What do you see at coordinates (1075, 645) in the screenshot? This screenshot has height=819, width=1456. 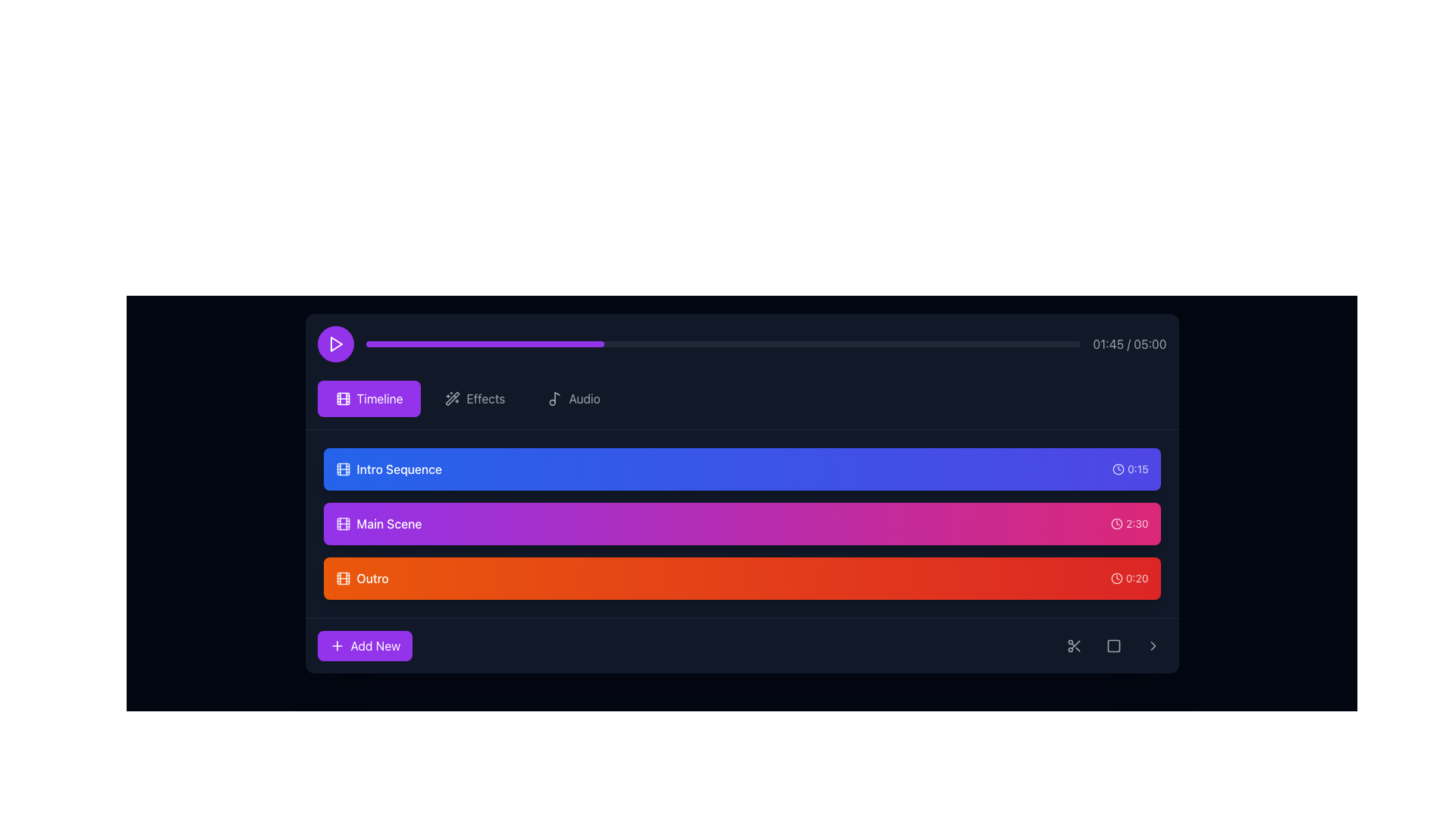 I see `the decorative scissors icon component, which is part of a larger SVG representation of a scissors icon, positioned above and to the right of the lower-left circle` at bounding box center [1075, 645].